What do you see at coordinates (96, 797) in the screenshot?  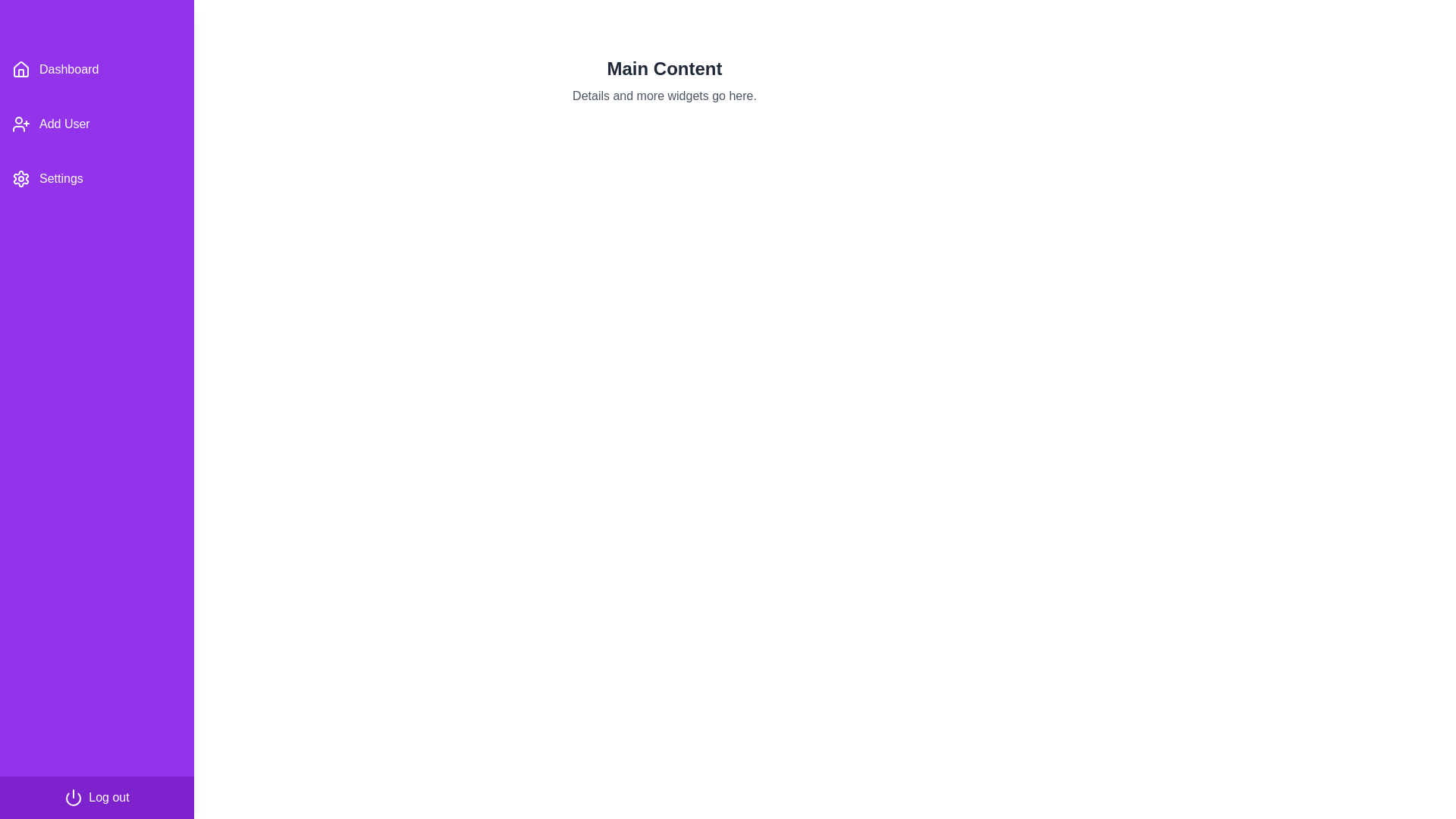 I see `the 'Log out' link in the footer of the drawer` at bounding box center [96, 797].